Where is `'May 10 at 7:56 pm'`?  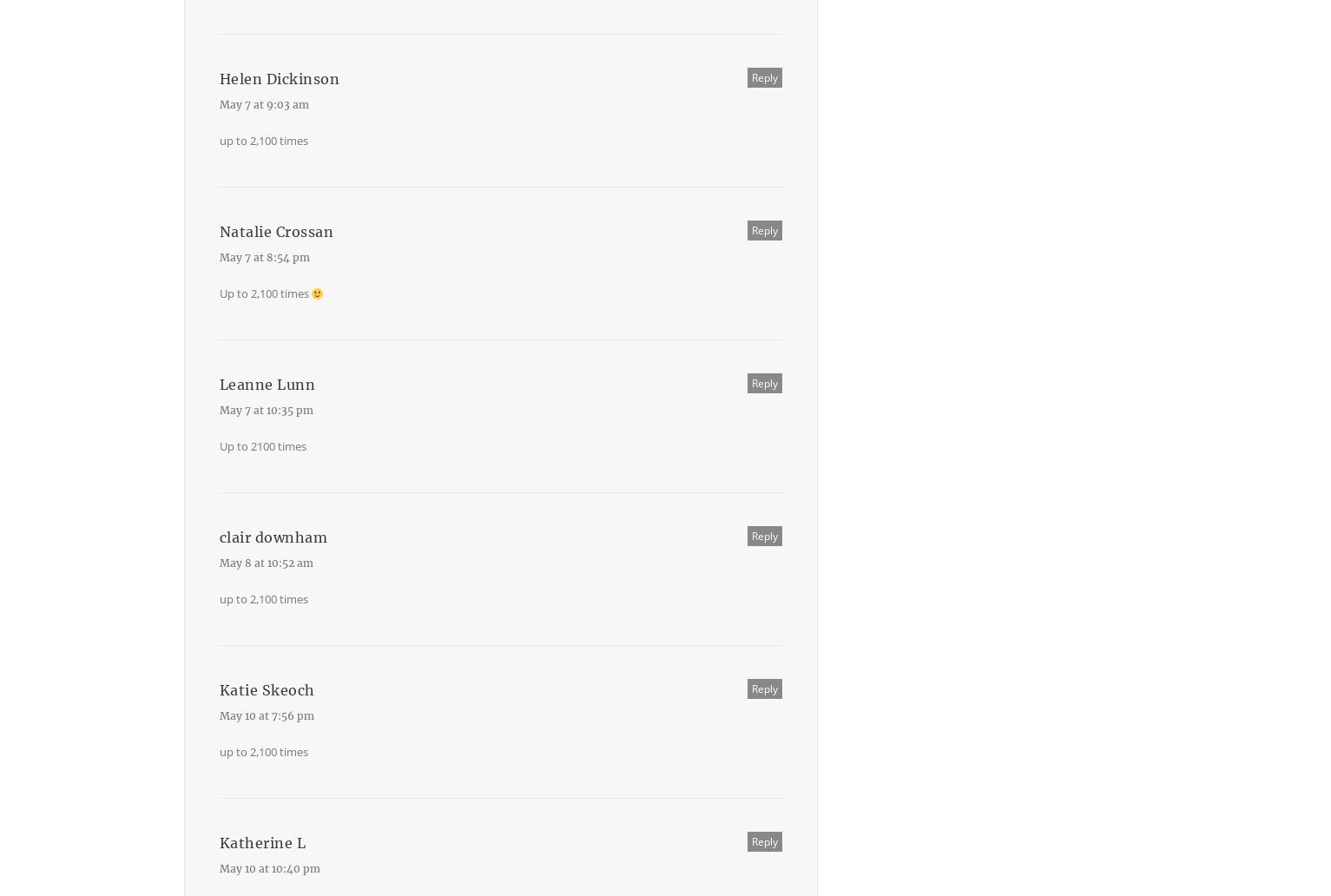
'May 10 at 7:56 pm' is located at coordinates (266, 715).